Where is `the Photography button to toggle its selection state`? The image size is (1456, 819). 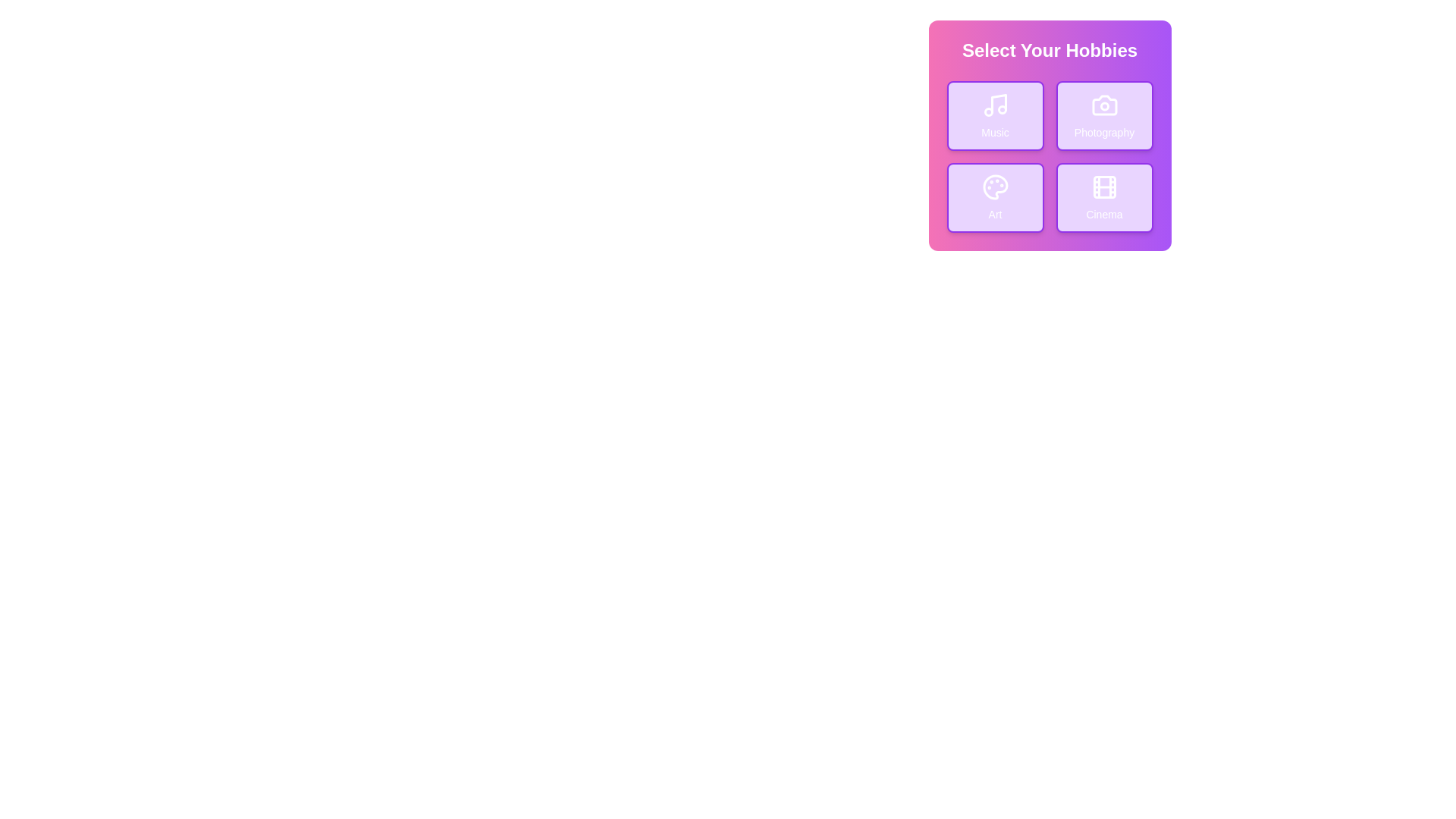
the Photography button to toggle its selection state is located at coordinates (1104, 115).